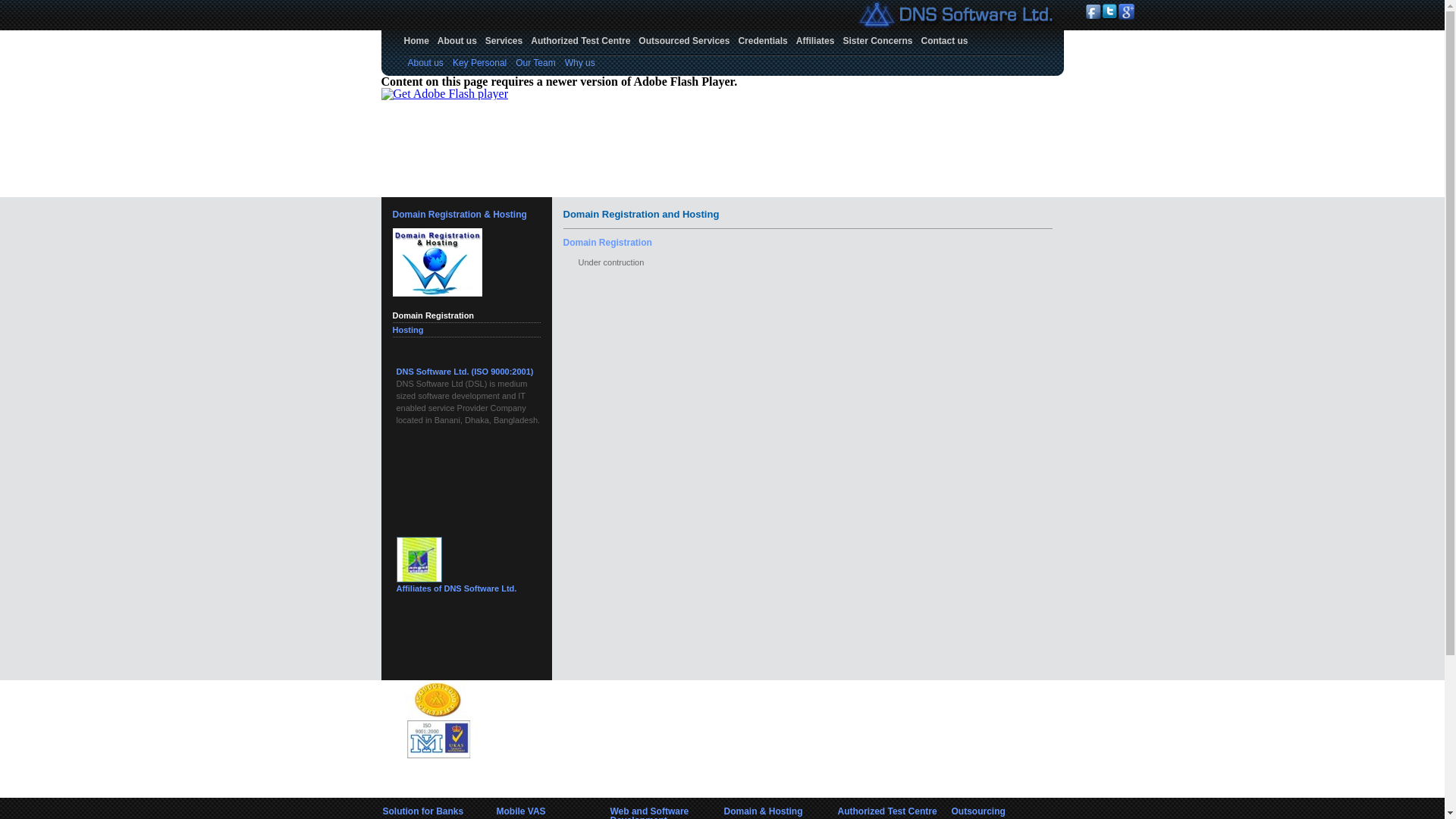  Describe the element at coordinates (944, 40) in the screenshot. I see `'Contact us'` at that location.